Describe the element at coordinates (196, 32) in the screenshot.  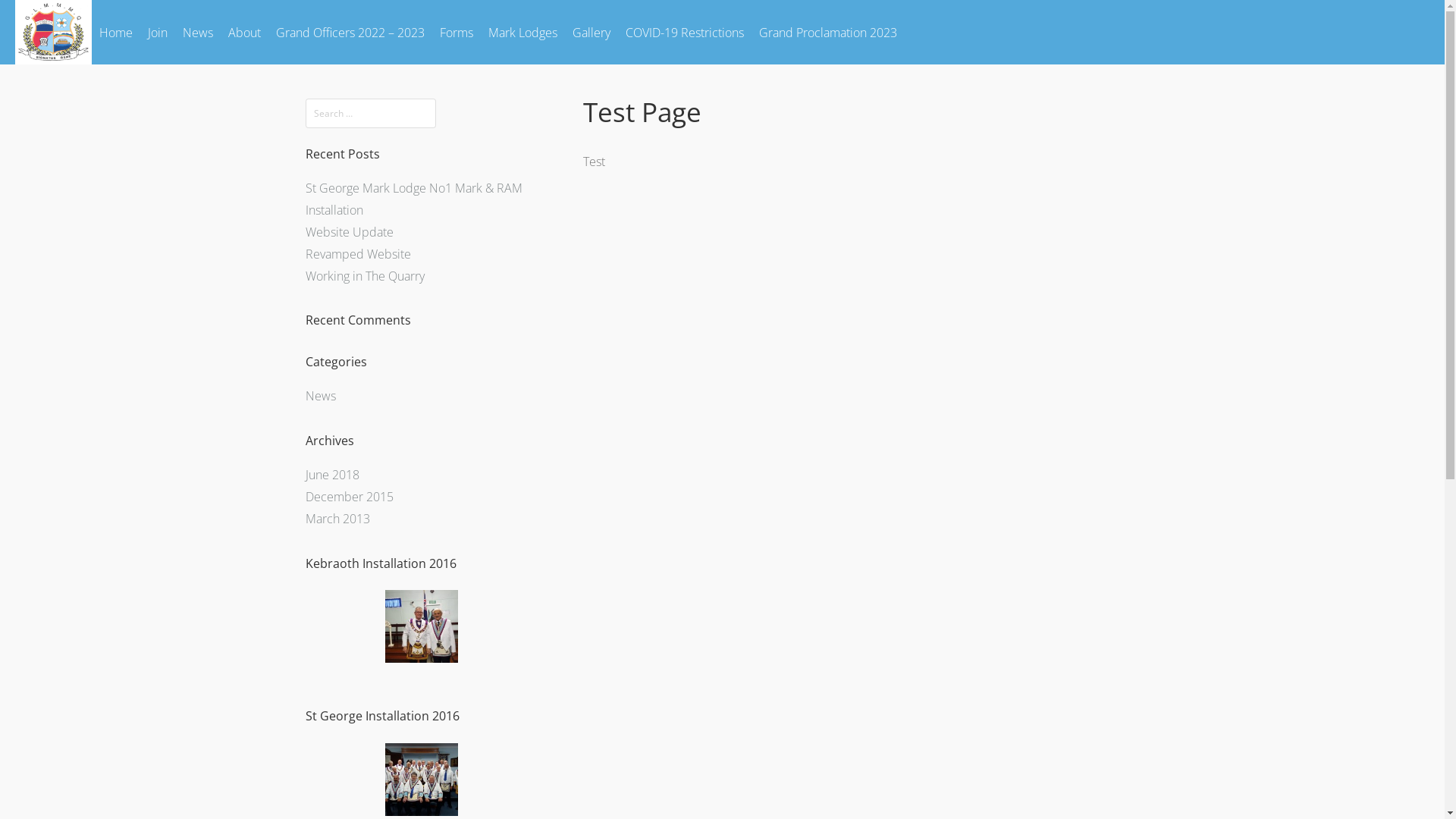
I see `'News'` at that location.